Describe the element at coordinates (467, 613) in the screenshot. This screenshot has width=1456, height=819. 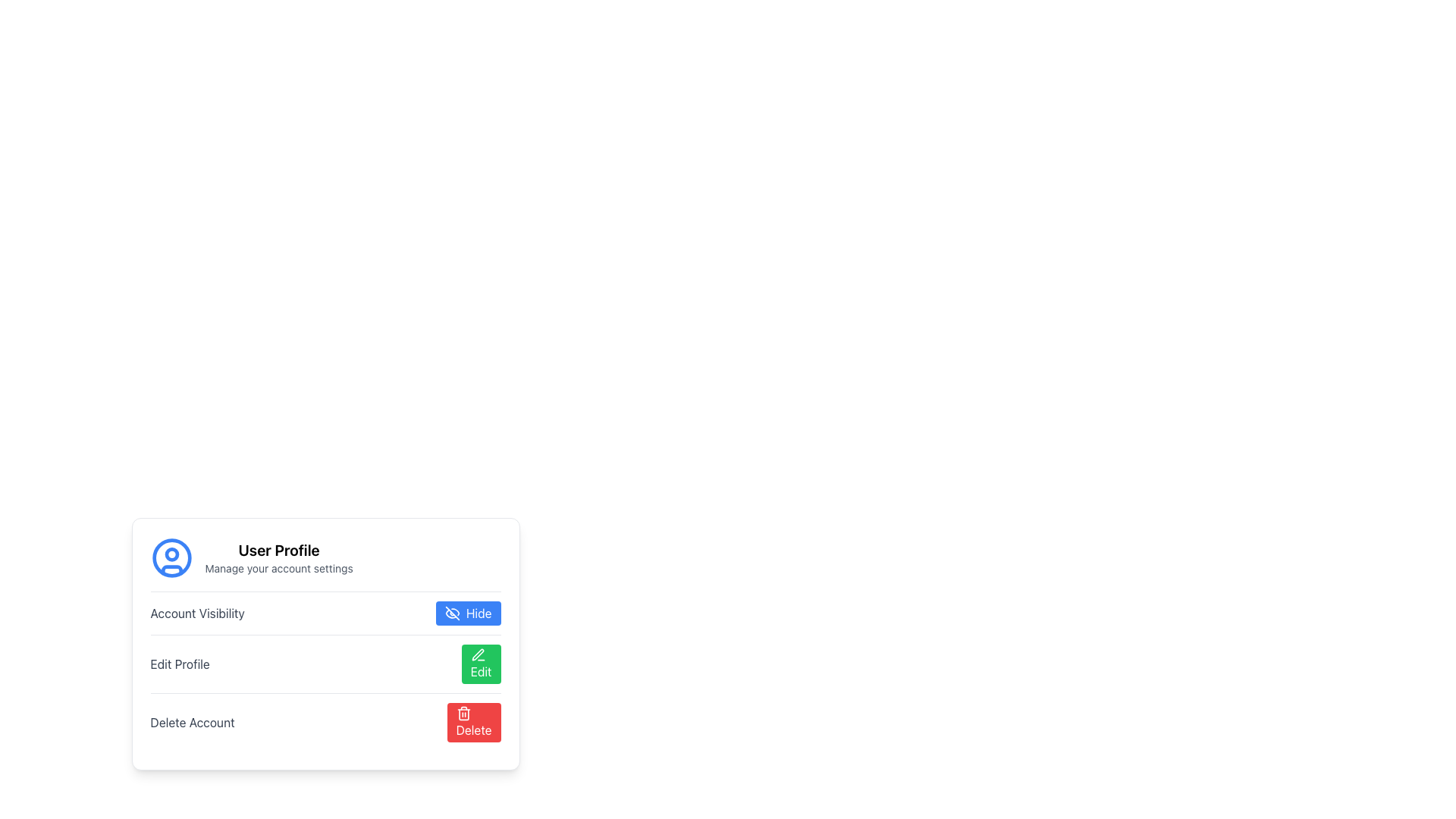
I see `the rectangular button with a blue background and white text that says 'Hide', located to the right of the 'Account Visibility' row` at that location.